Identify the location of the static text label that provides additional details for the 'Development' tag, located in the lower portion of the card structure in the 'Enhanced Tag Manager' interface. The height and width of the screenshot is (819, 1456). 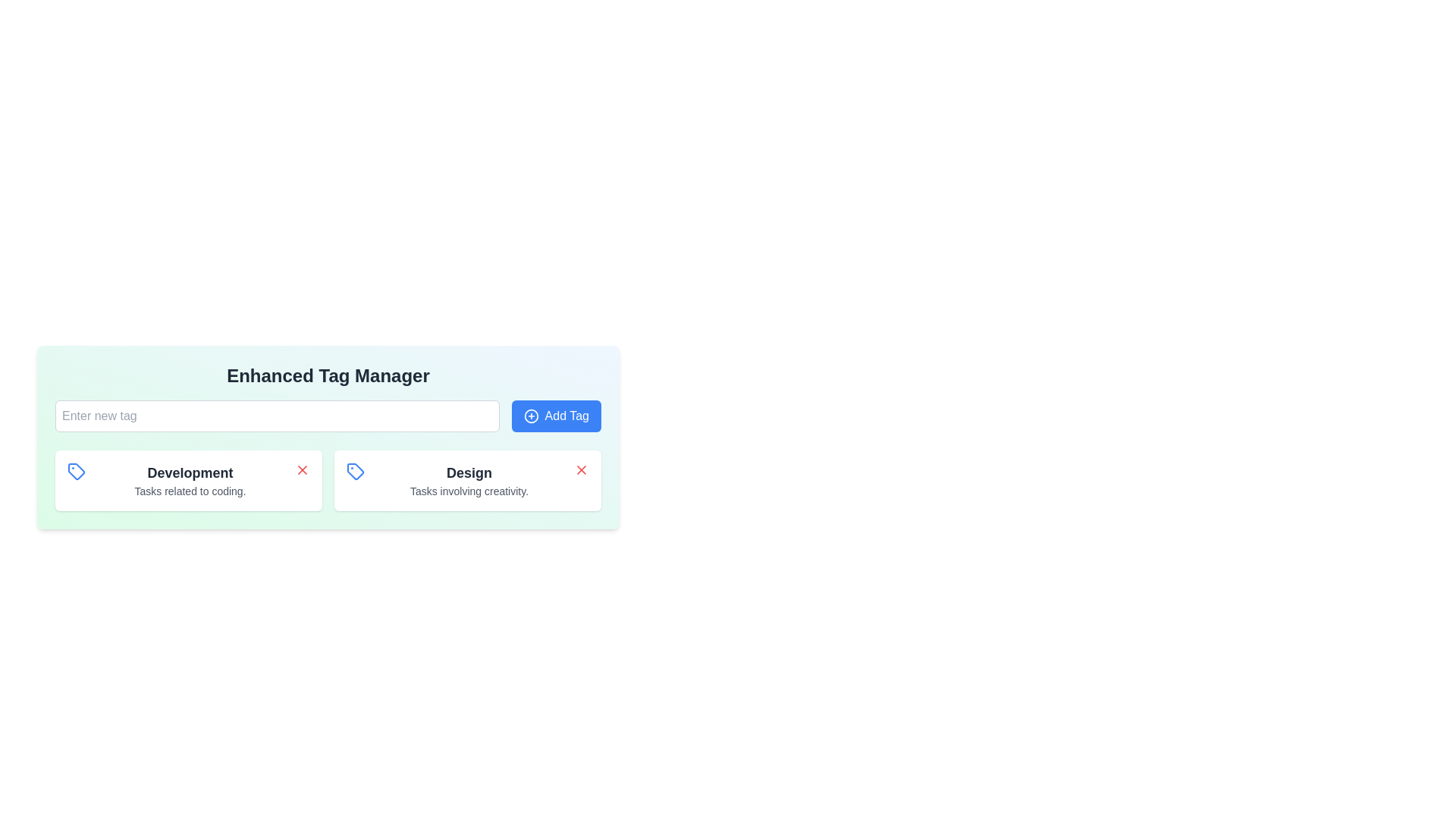
(189, 491).